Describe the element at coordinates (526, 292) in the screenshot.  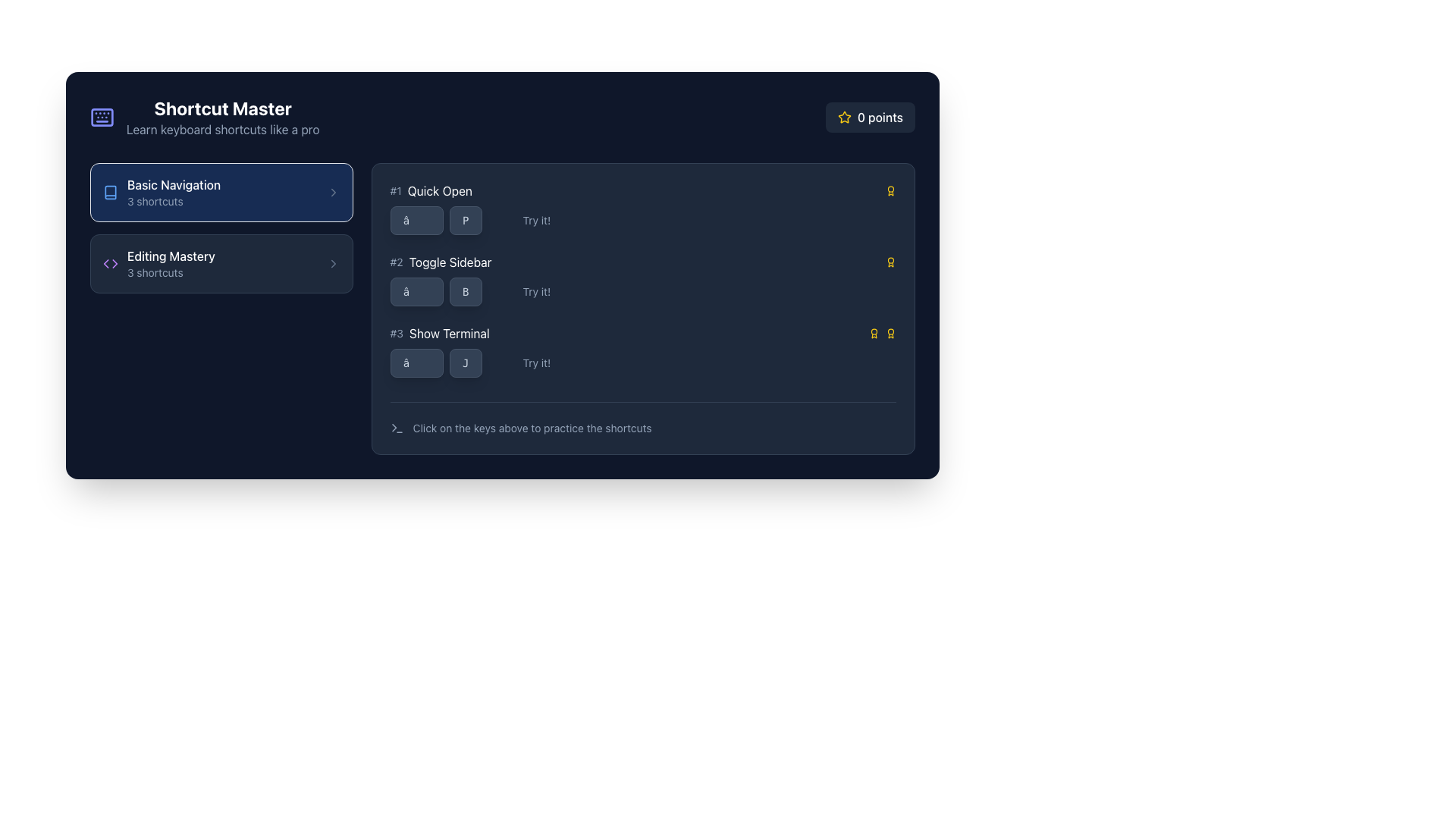
I see `the 'Try it!' button, which is a textual button styled in light slate gray, located to the right of the shortcut key indicator '⎇ B' in the horizontal layout for the 'Toggle Sidebar' shortcut demonstration` at that location.